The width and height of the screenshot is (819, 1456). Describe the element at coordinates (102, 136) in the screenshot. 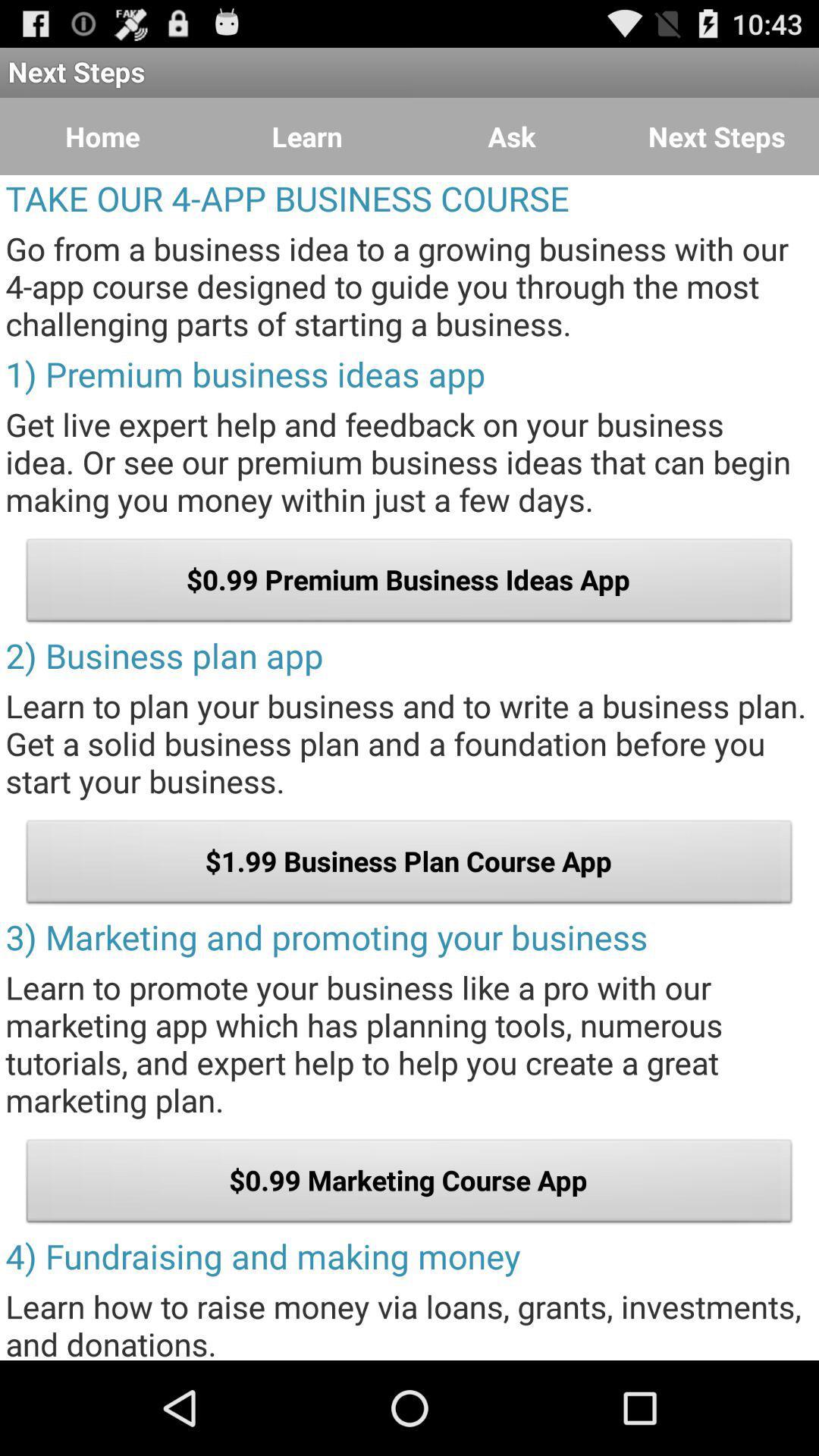

I see `the icon next to the learn item` at that location.